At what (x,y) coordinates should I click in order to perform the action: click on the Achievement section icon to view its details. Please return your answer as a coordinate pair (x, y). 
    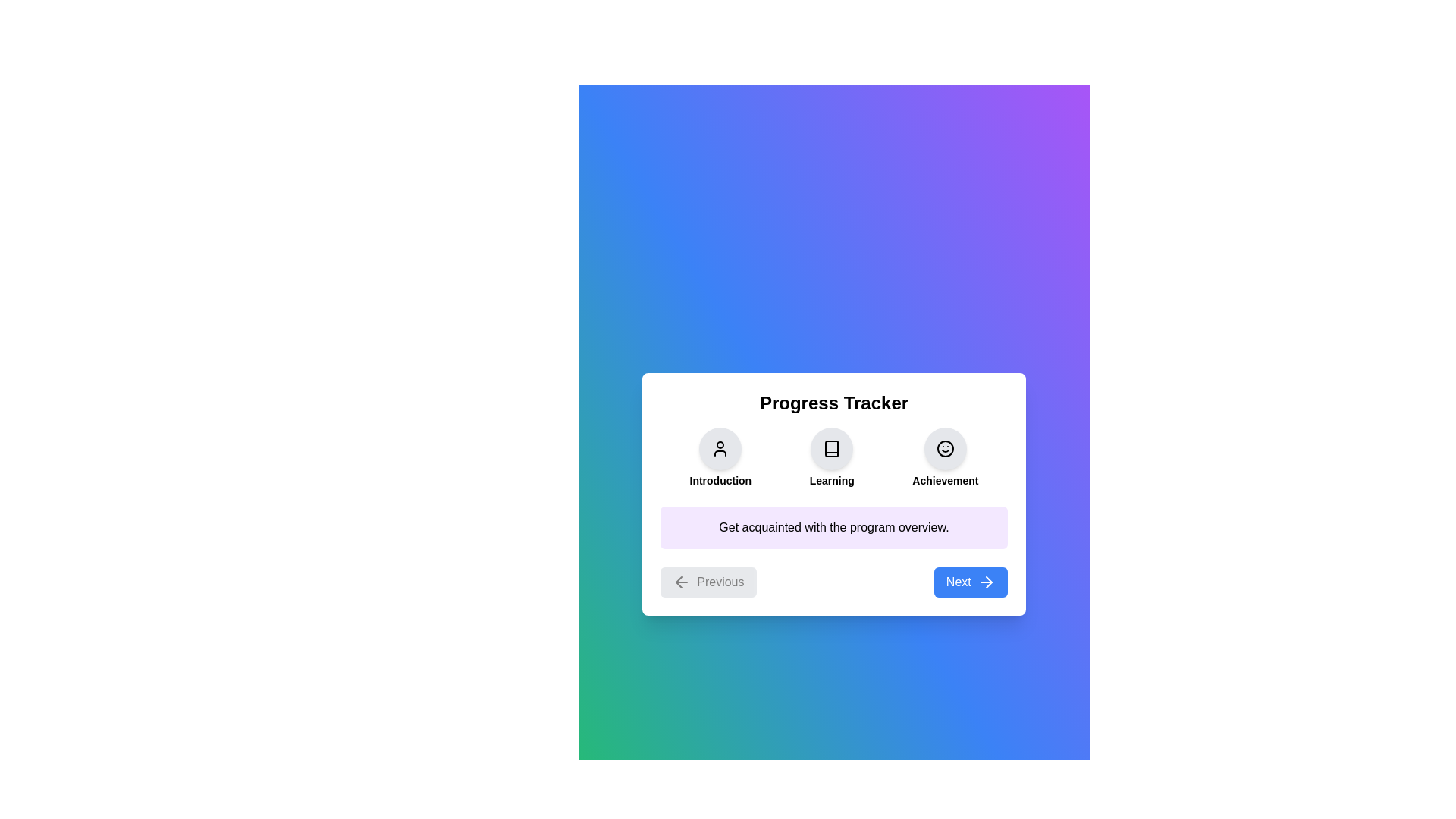
    Looking at the image, I should click on (944, 447).